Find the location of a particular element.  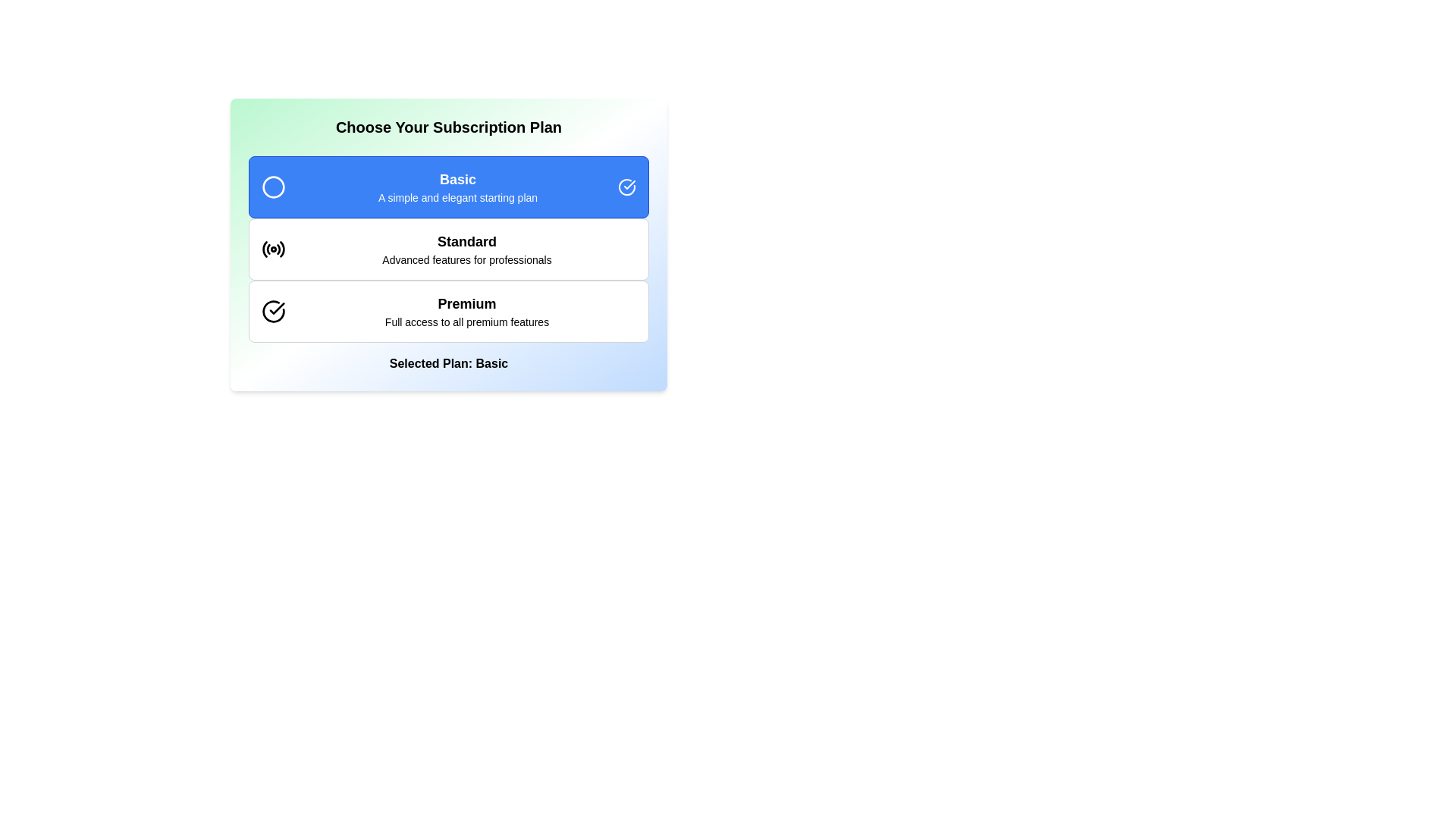

the 'Basic' text label, which is prominently displayed in white text against a blue background, serving as the title for the 'Basic' plan option is located at coordinates (457, 178).